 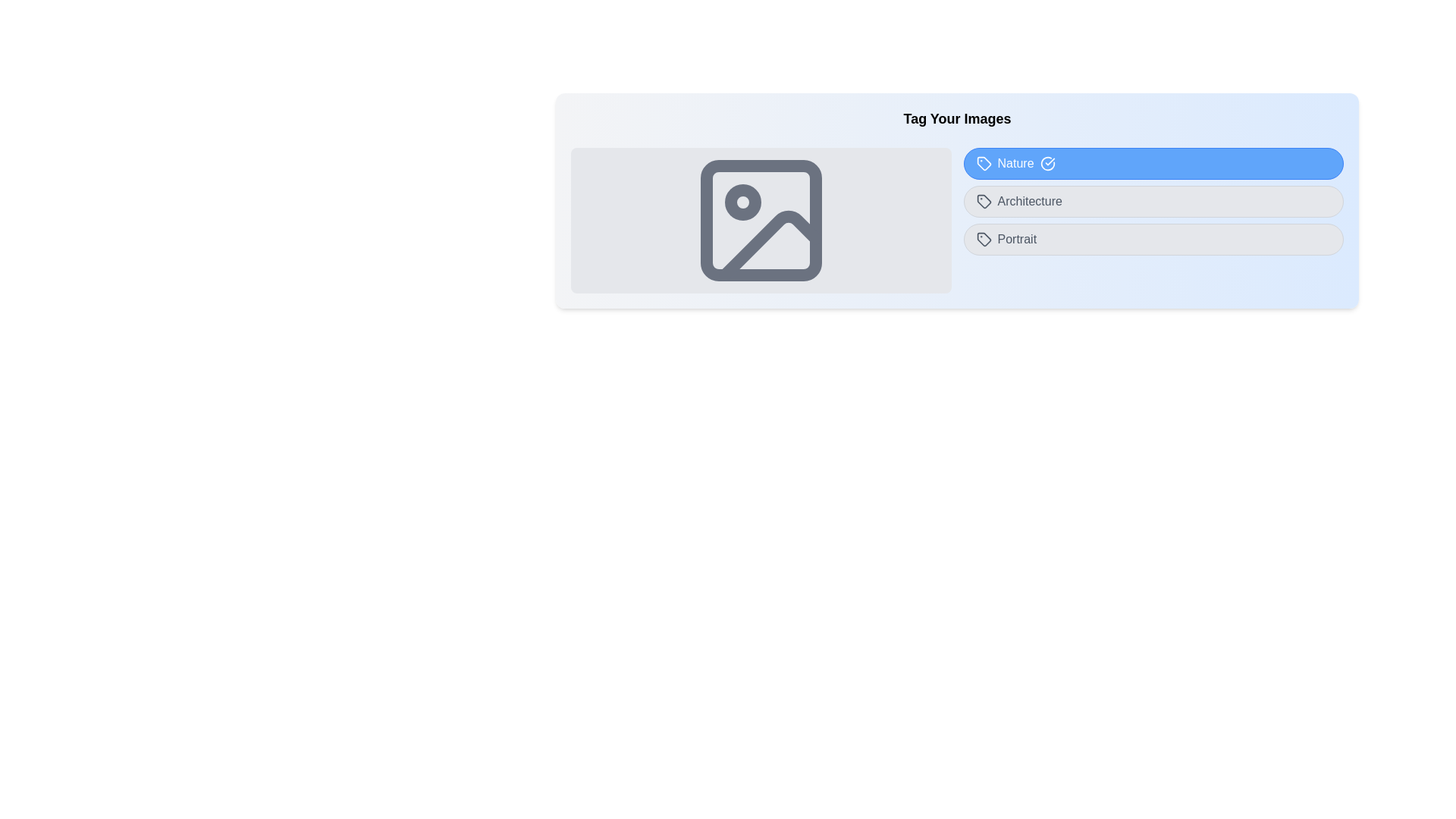 What do you see at coordinates (1153, 164) in the screenshot?
I see `the tag Nature` at bounding box center [1153, 164].